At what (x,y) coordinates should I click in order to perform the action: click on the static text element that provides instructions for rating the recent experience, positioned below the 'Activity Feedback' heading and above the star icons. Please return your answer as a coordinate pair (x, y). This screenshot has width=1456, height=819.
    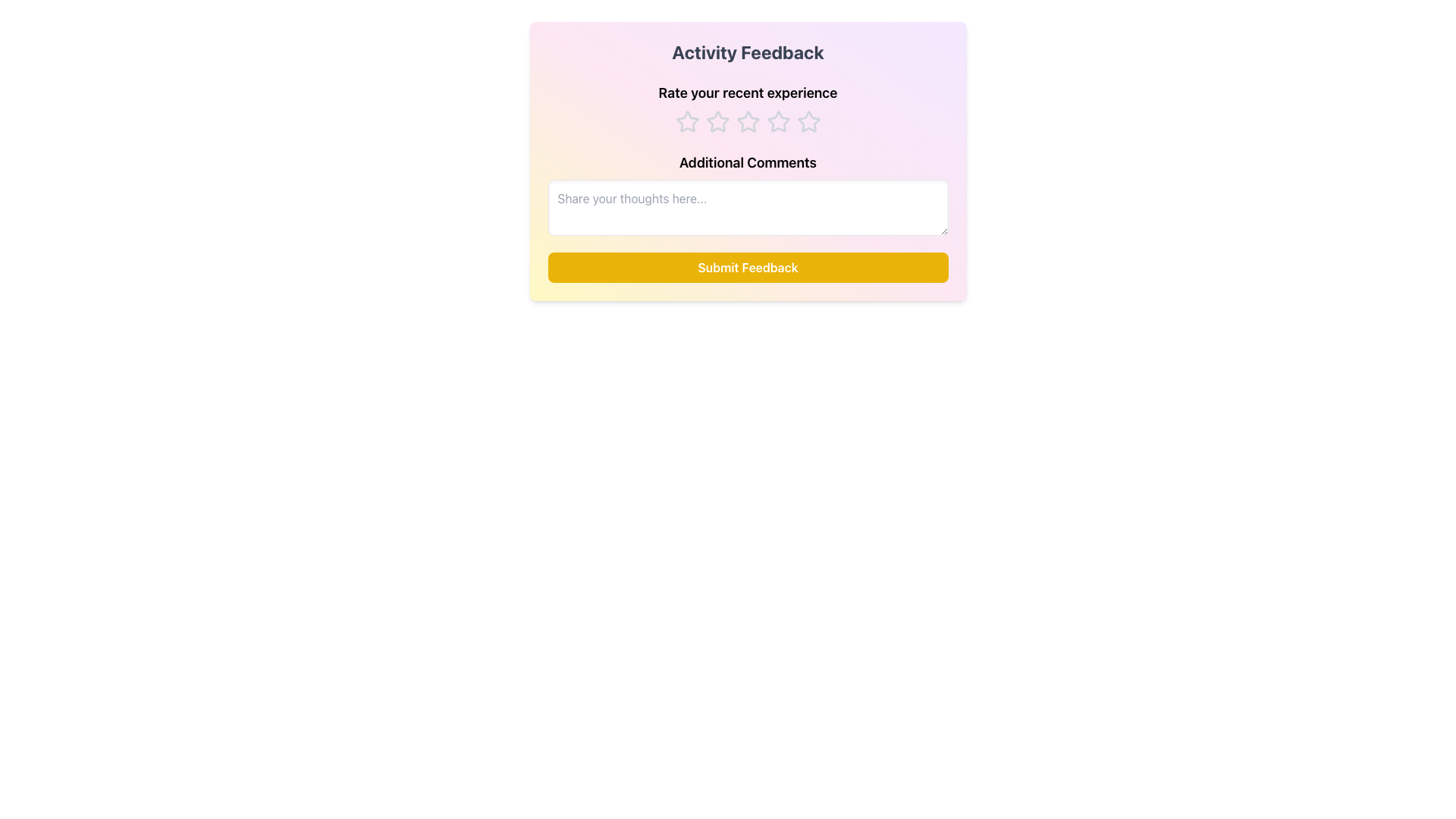
    Looking at the image, I should click on (748, 93).